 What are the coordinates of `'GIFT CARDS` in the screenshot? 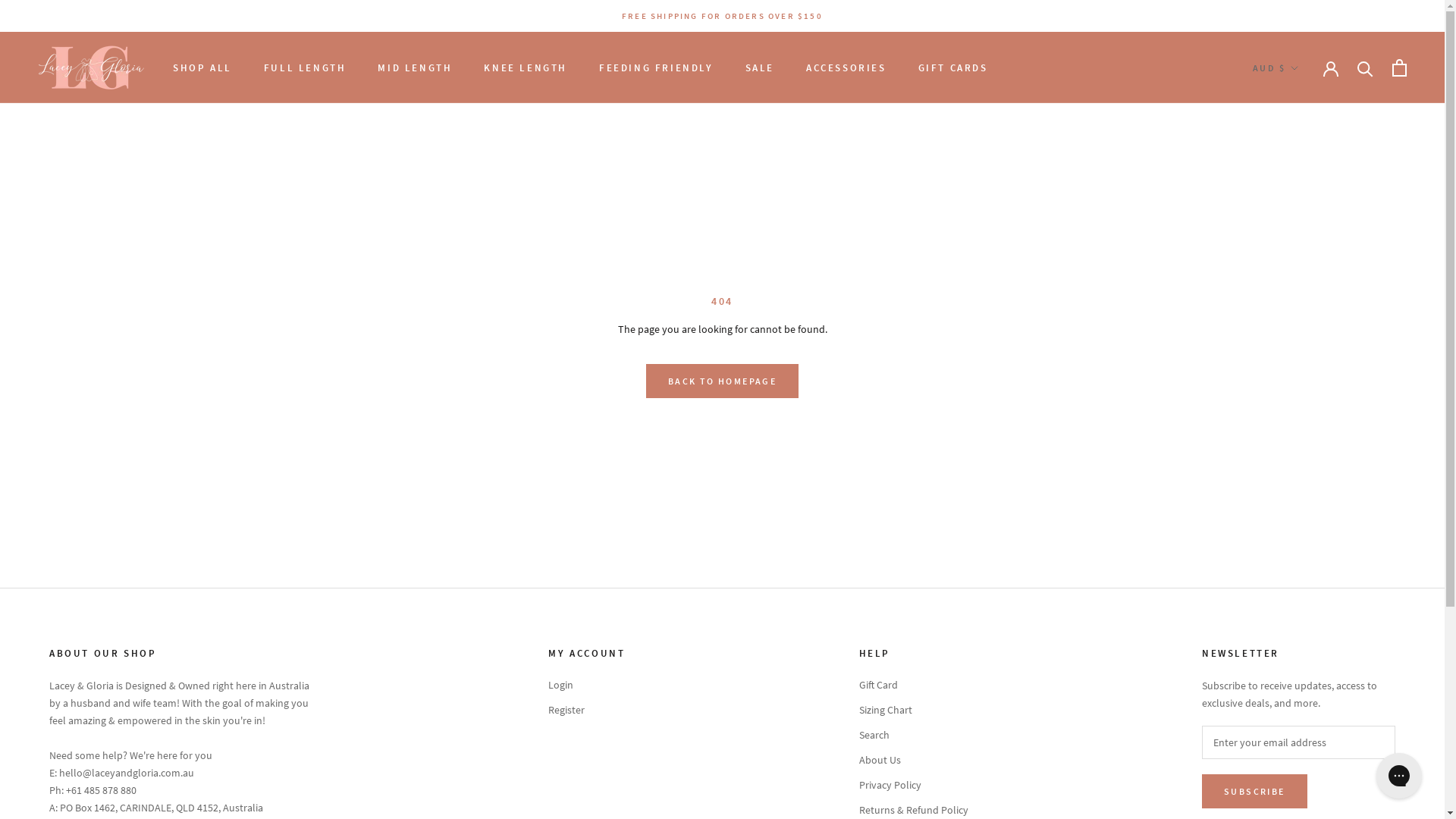 It's located at (952, 67).